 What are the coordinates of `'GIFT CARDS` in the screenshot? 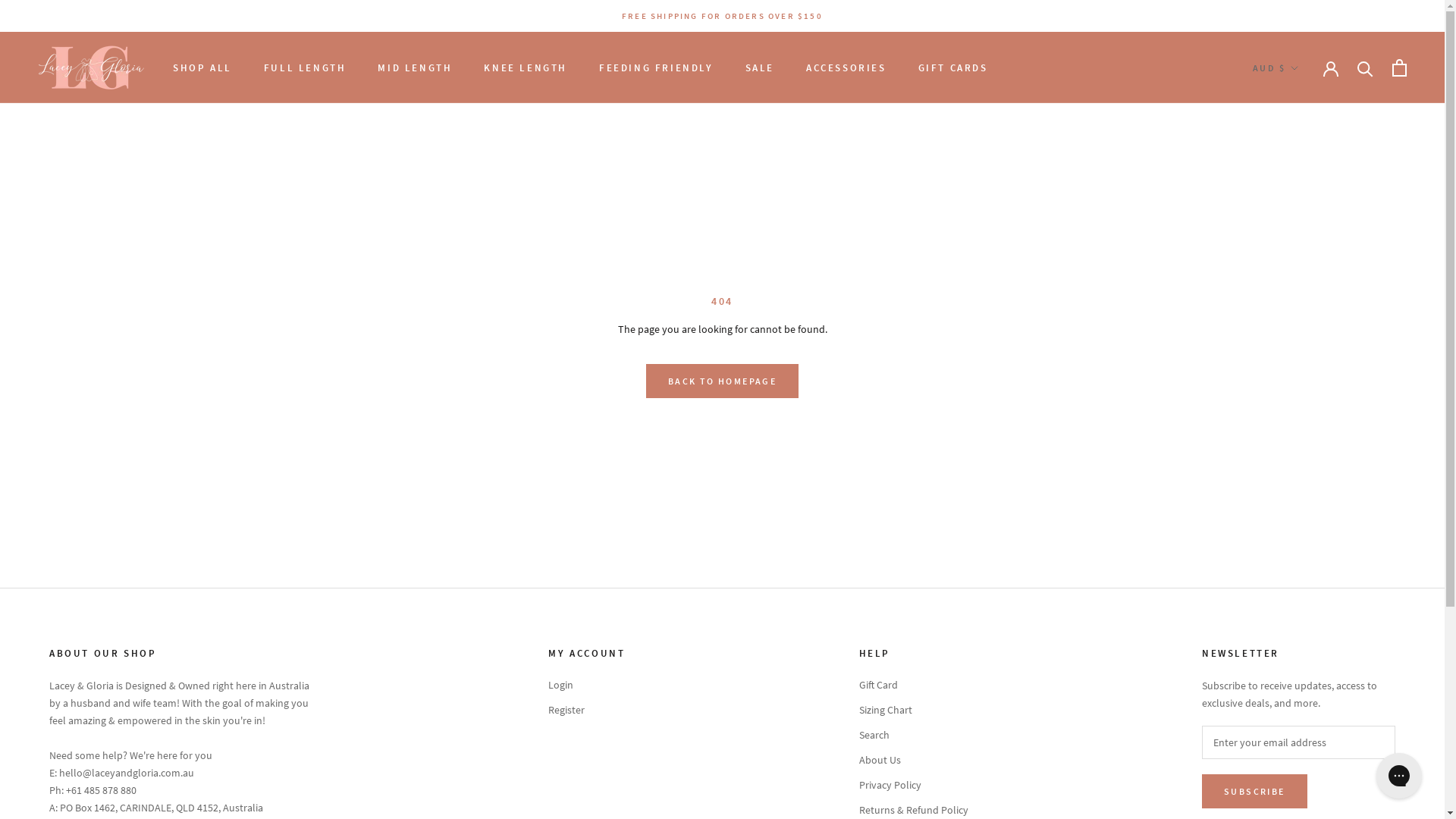 It's located at (952, 67).